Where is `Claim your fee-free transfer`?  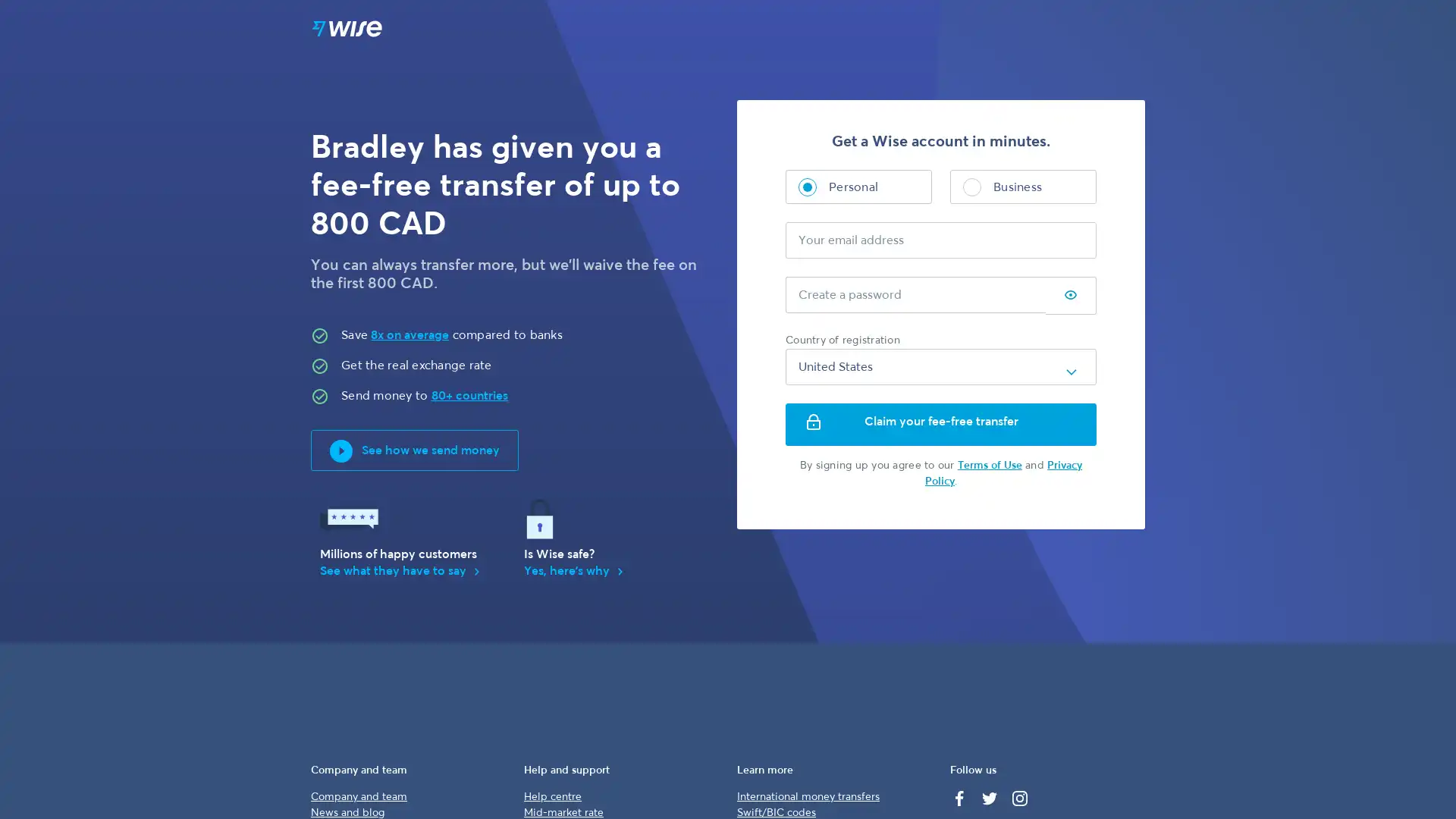
Claim your fee-free transfer is located at coordinates (940, 424).